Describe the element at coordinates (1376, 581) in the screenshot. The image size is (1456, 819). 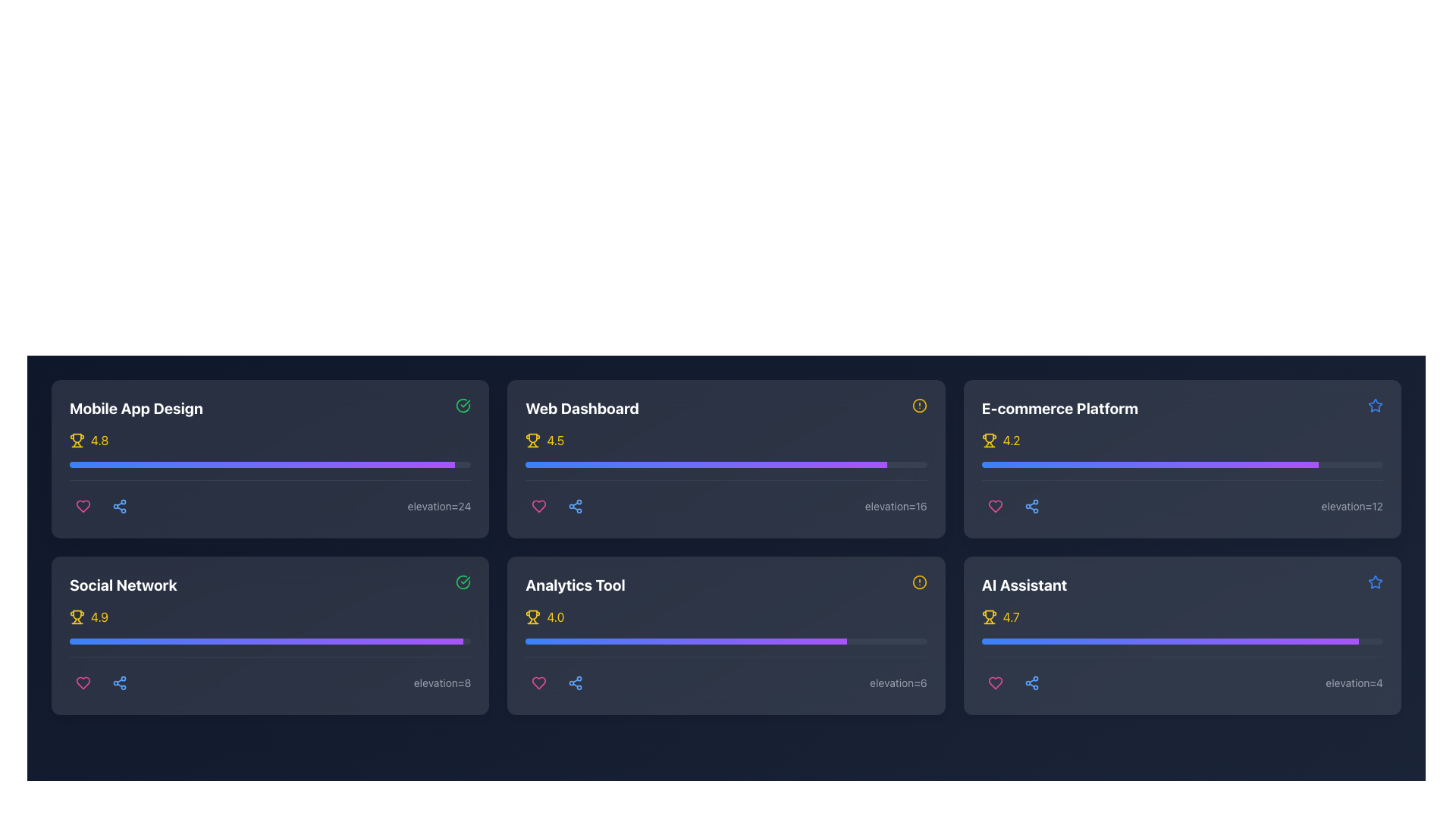
I see `the blue outlined star icon located adjacent to the text 'AI Assistant' in the upper-right corner of the box` at that location.